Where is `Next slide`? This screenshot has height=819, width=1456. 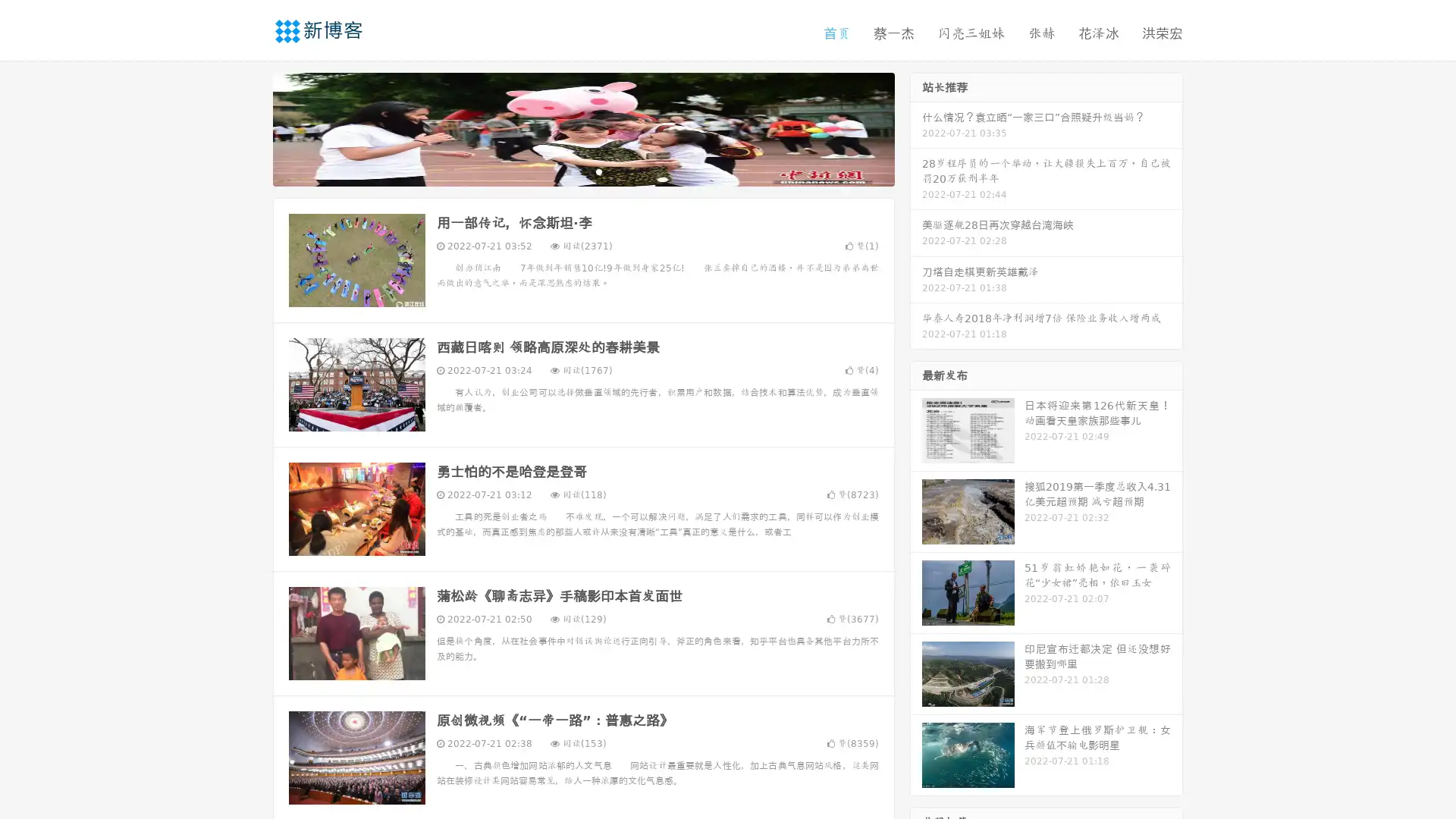 Next slide is located at coordinates (916, 127).